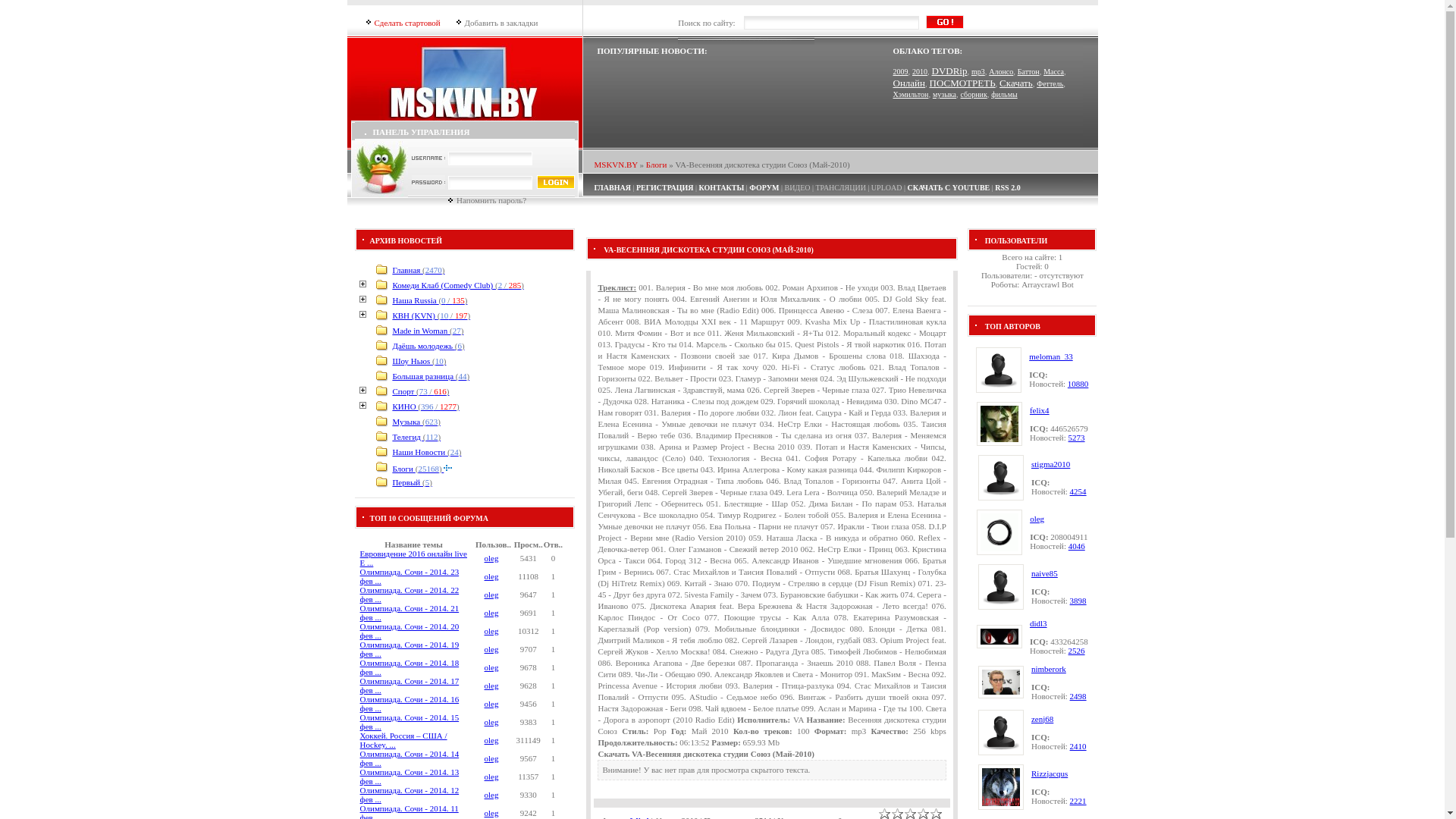  Describe the element at coordinates (491, 794) in the screenshot. I see `'oleg'` at that location.